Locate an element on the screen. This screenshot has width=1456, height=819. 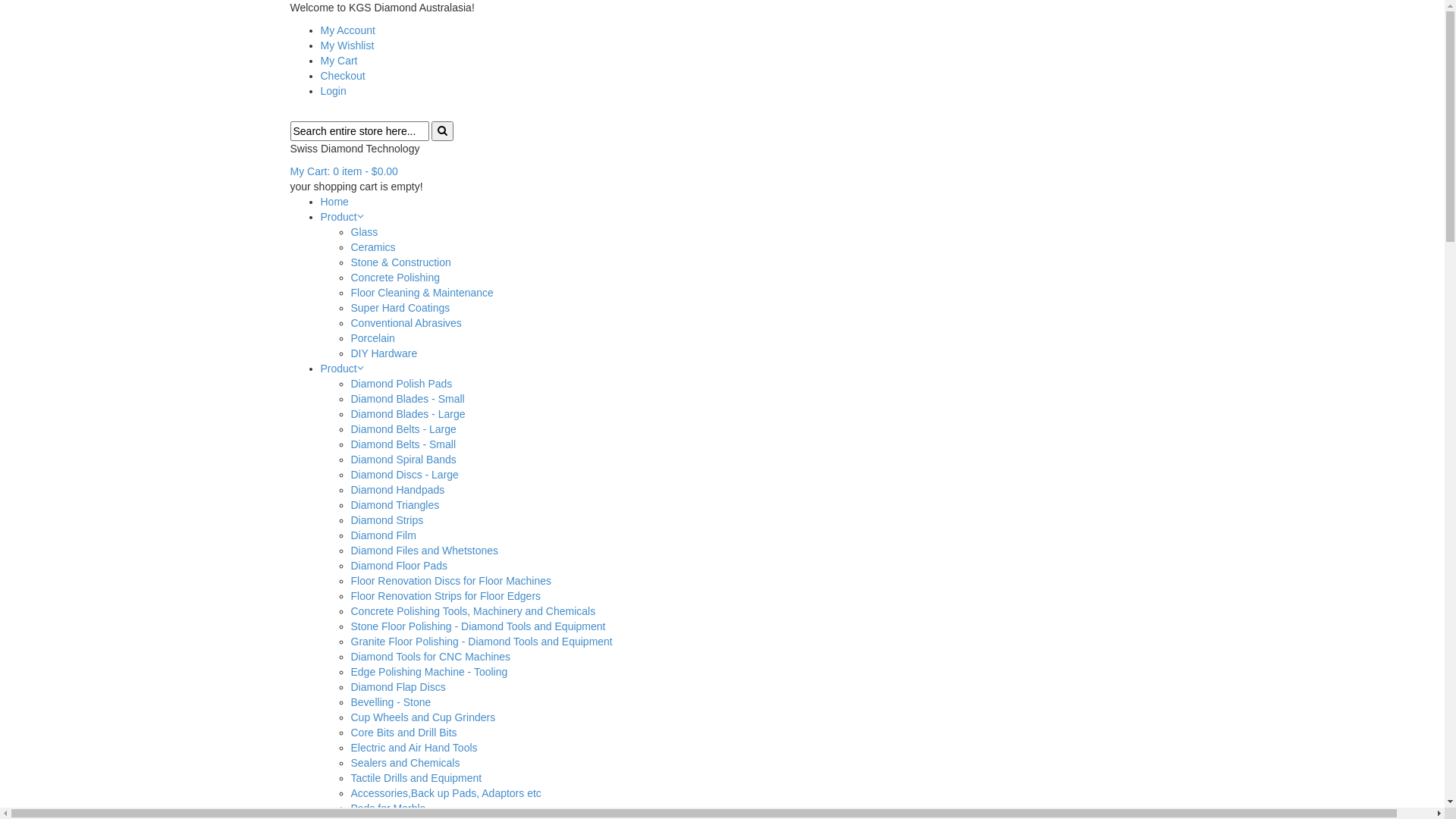
'Diamond Belts - Small' is located at coordinates (403, 444).